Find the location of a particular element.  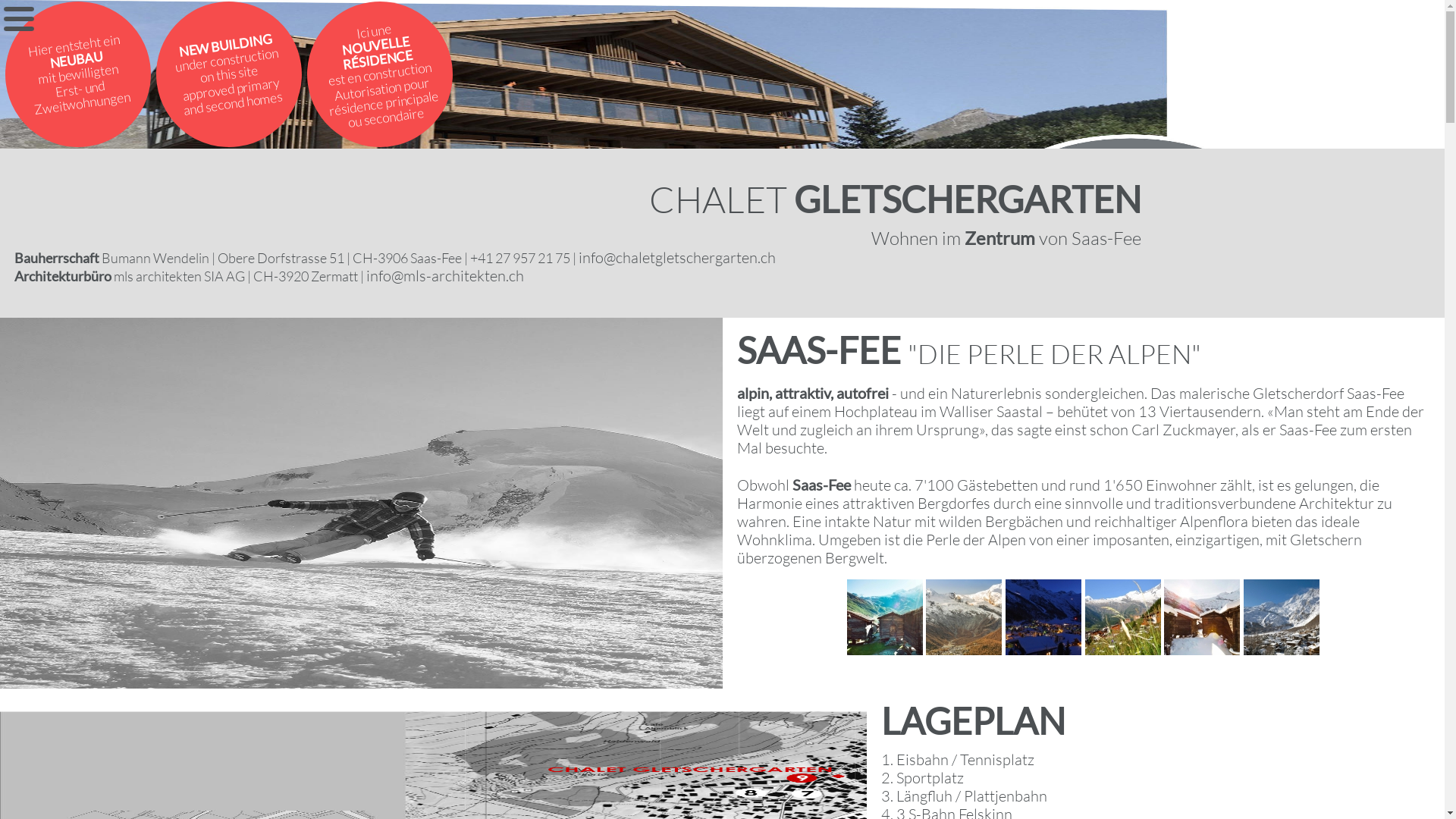

'You are viewing the image with filename 6.jpg' is located at coordinates (1244, 617).